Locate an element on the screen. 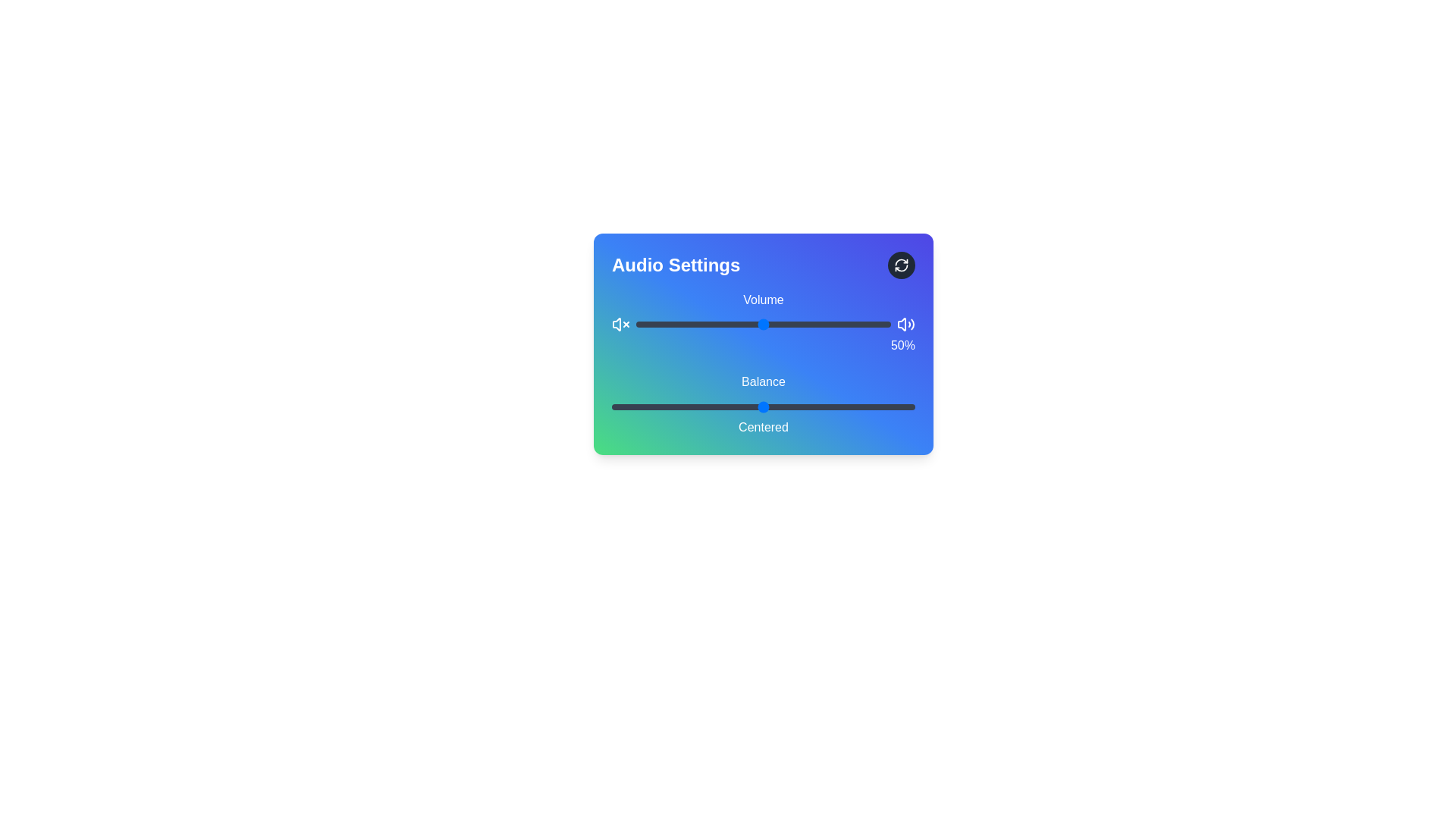 The image size is (1456, 819). the volume slider is located at coordinates (844, 324).